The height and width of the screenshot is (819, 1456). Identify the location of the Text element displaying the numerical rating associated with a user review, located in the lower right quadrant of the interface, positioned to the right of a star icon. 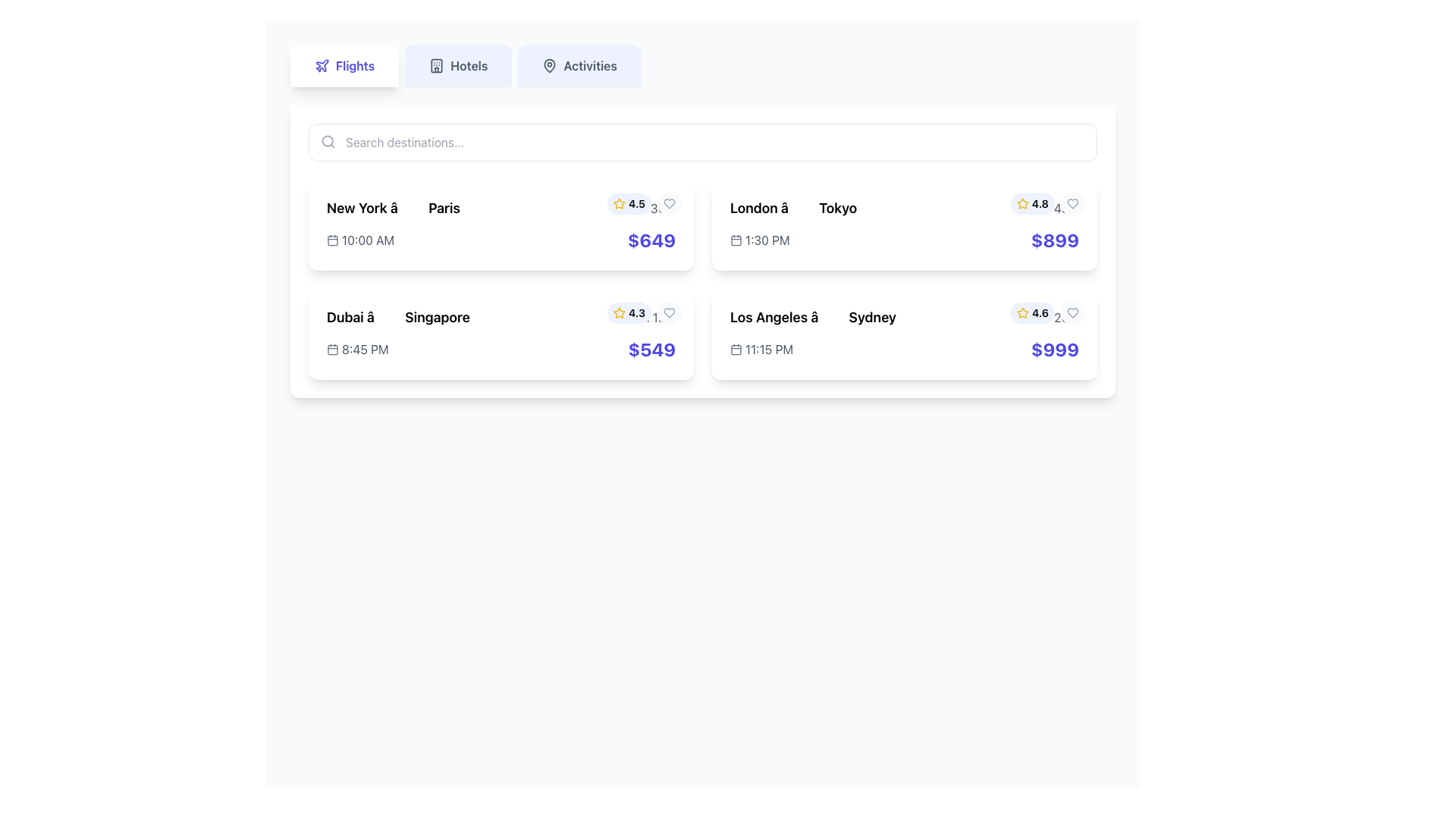
(1040, 312).